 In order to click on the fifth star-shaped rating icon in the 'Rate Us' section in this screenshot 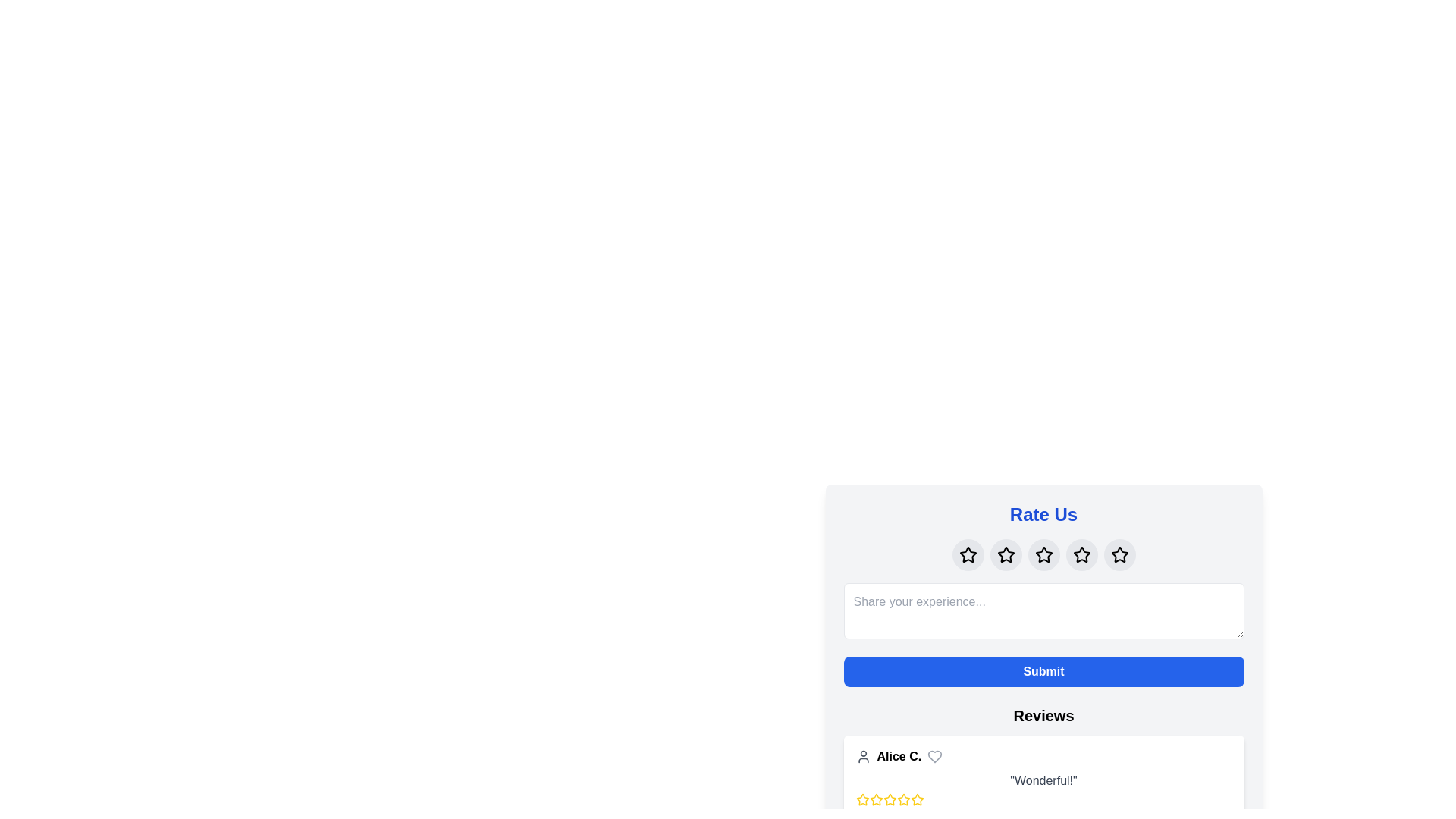, I will do `click(1119, 555)`.